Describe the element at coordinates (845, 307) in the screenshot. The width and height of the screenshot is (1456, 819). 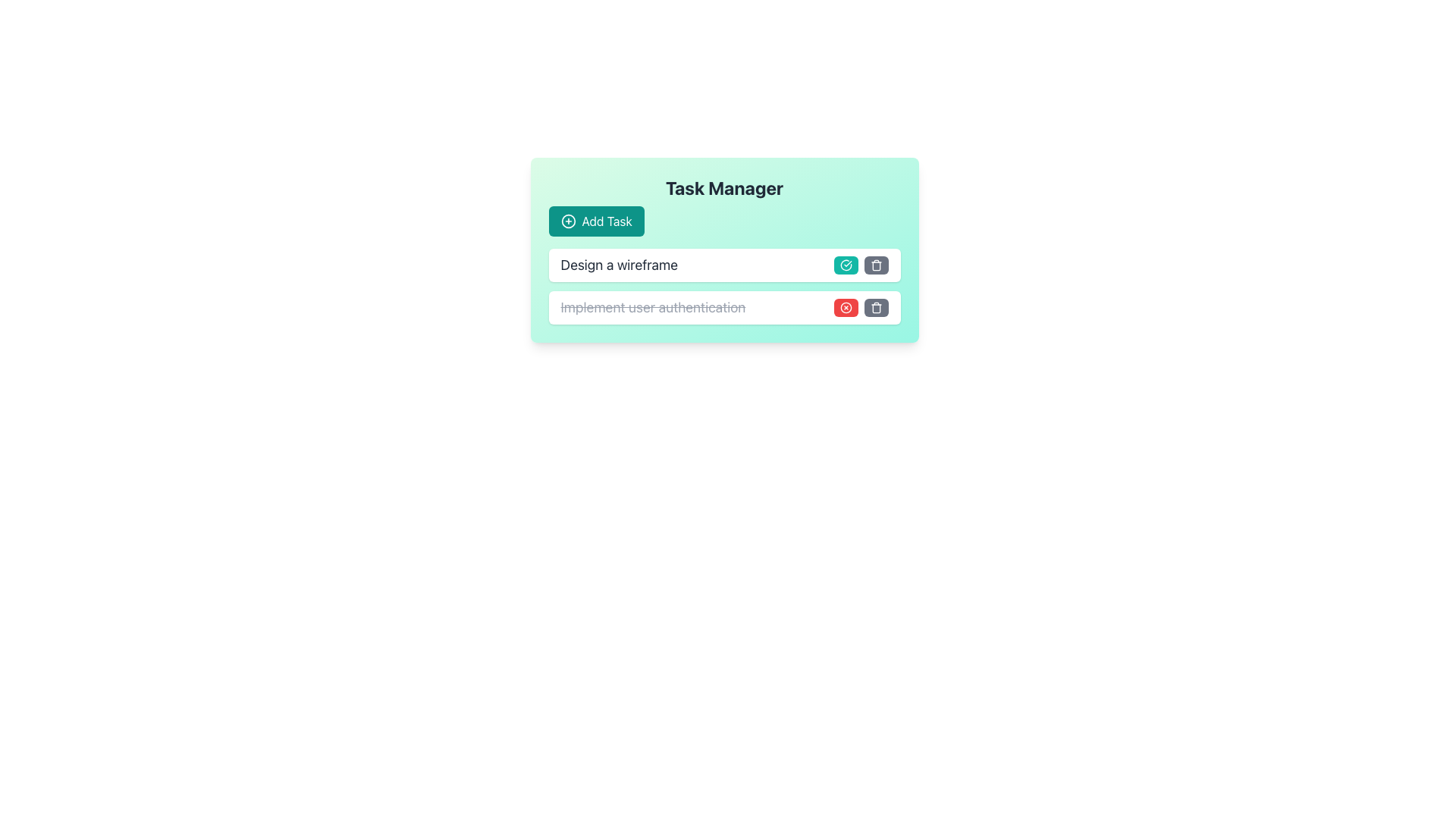
I see `the red delete button located to the right of the 'Implement user authentication' text input field in the second task row of the task manager interface` at that location.